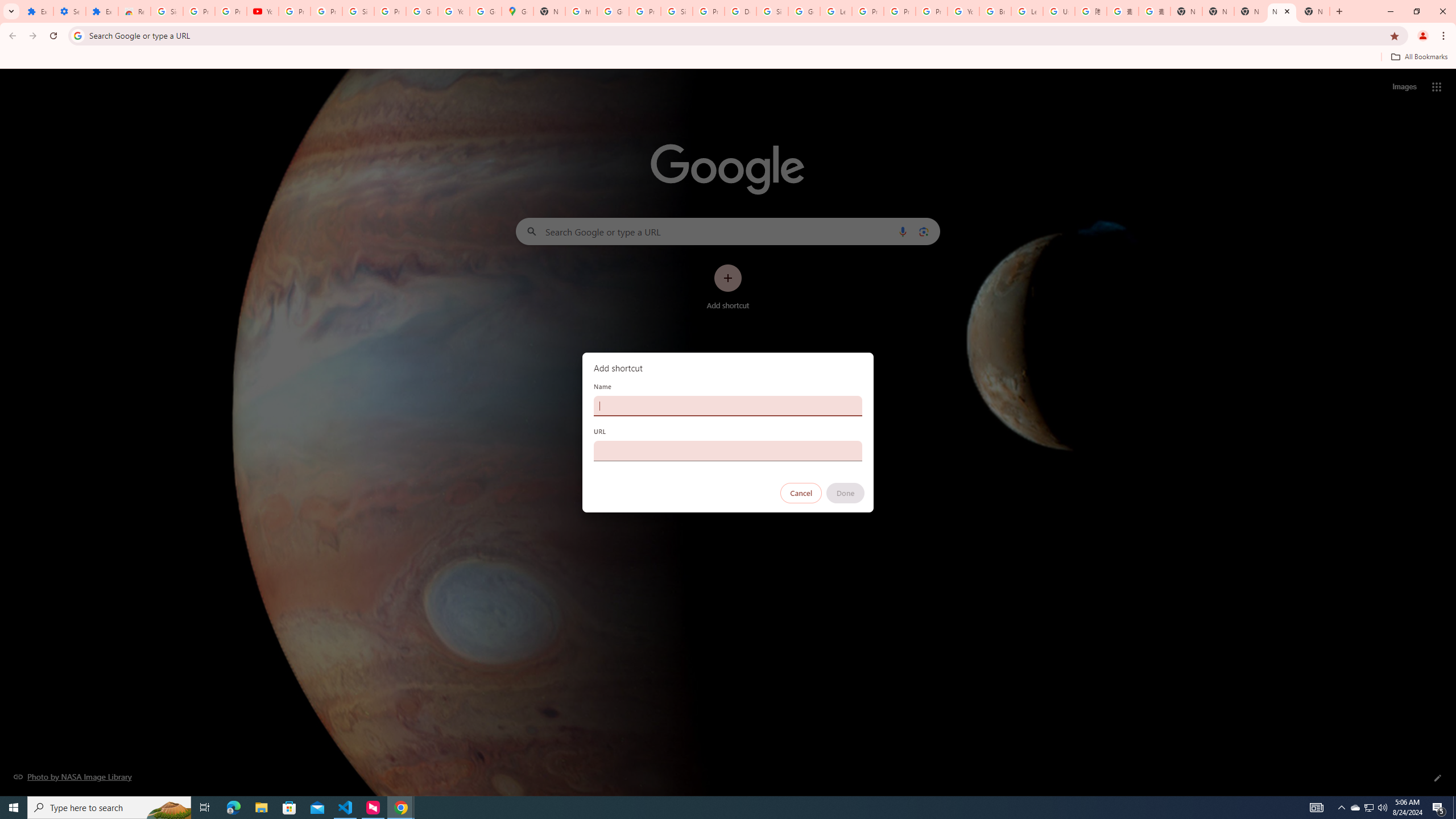  What do you see at coordinates (37, 11) in the screenshot?
I see `'Extensions'` at bounding box center [37, 11].